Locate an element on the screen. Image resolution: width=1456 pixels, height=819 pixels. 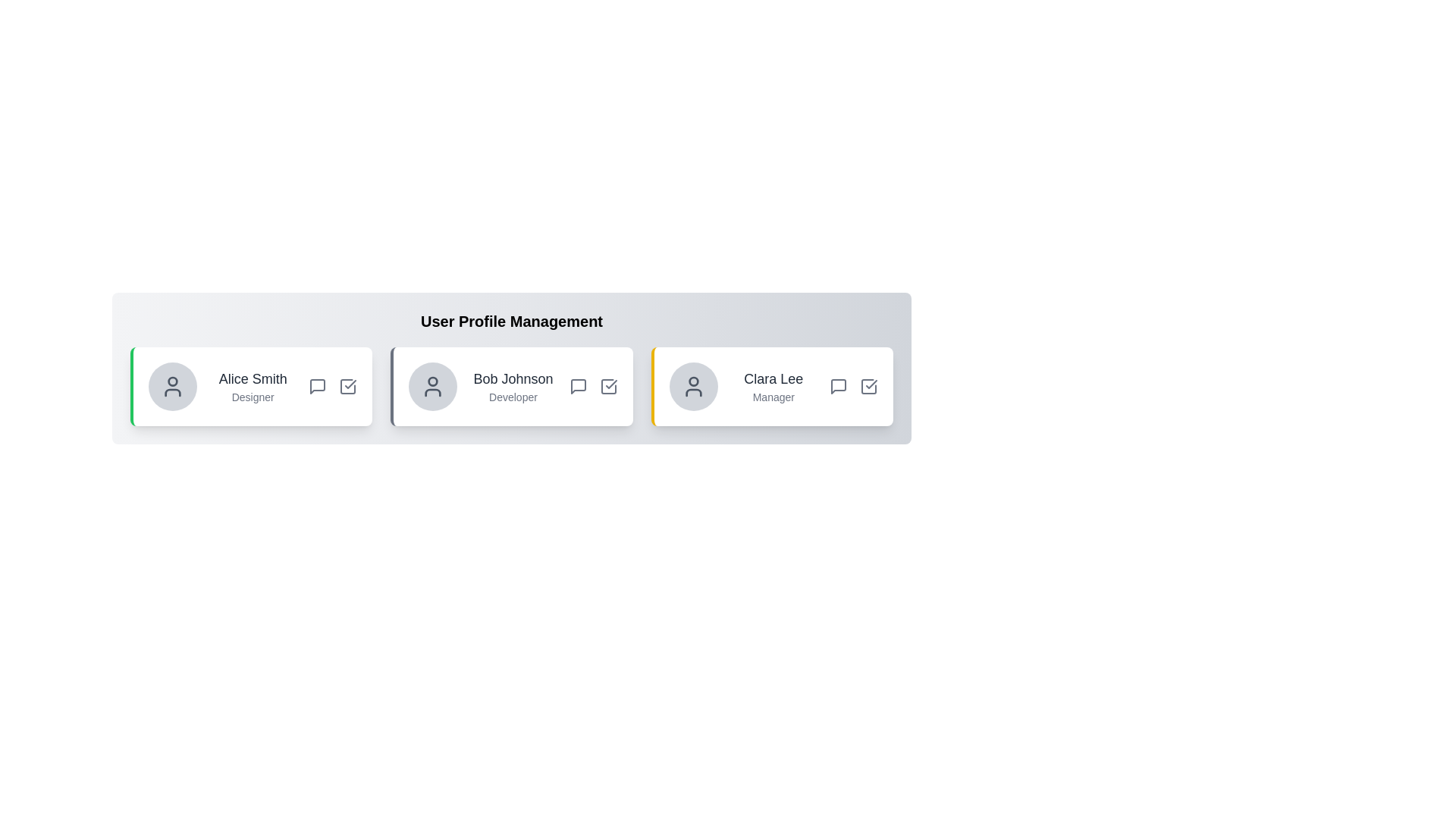
the Profile card containing 'Bob Johnson' and 'Developer', which is the second card in a horizontal layout of three cards is located at coordinates (512, 385).